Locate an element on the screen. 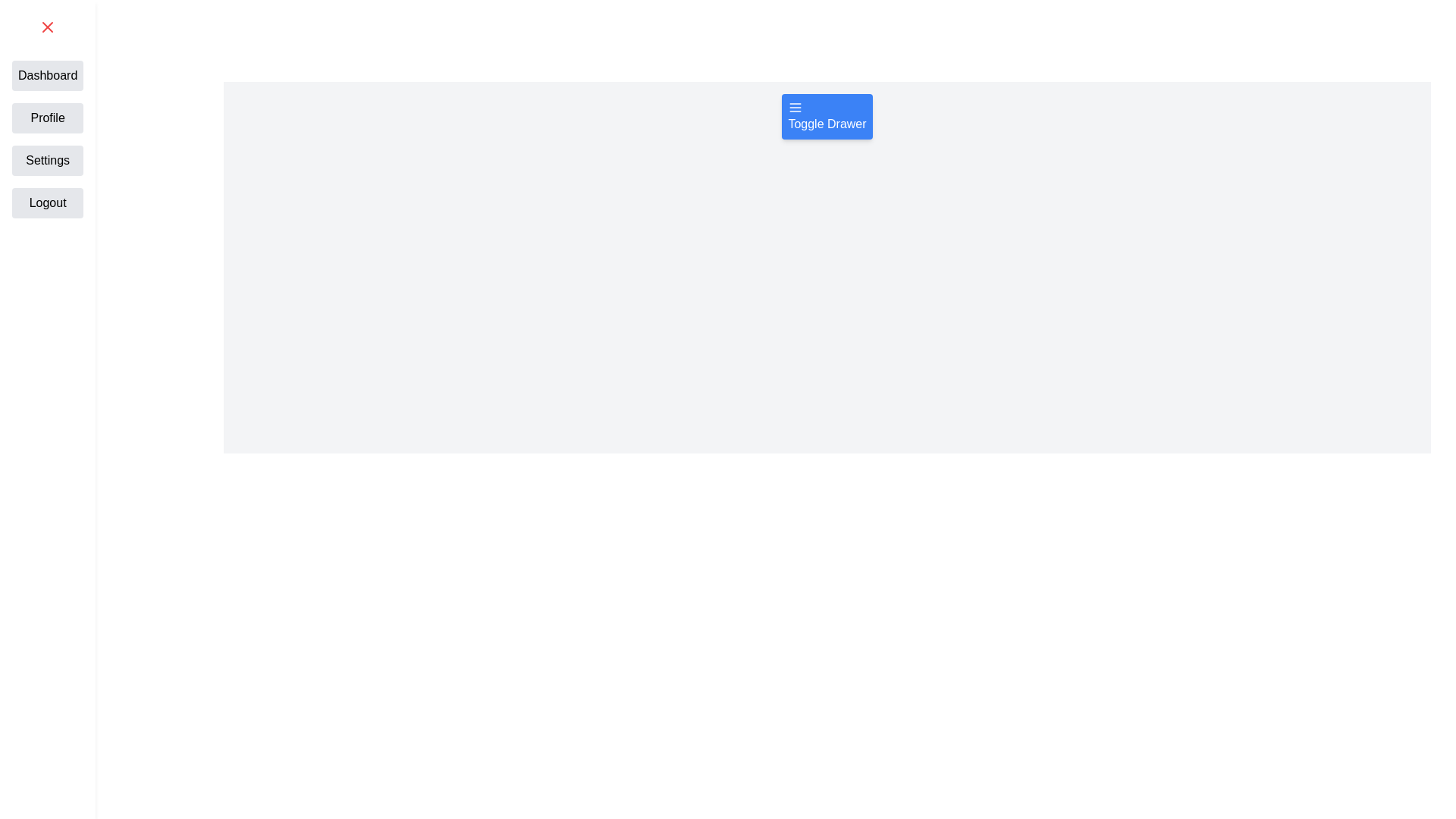 This screenshot has height=819, width=1456. the text label Profile from the drawer is located at coordinates (48, 117).